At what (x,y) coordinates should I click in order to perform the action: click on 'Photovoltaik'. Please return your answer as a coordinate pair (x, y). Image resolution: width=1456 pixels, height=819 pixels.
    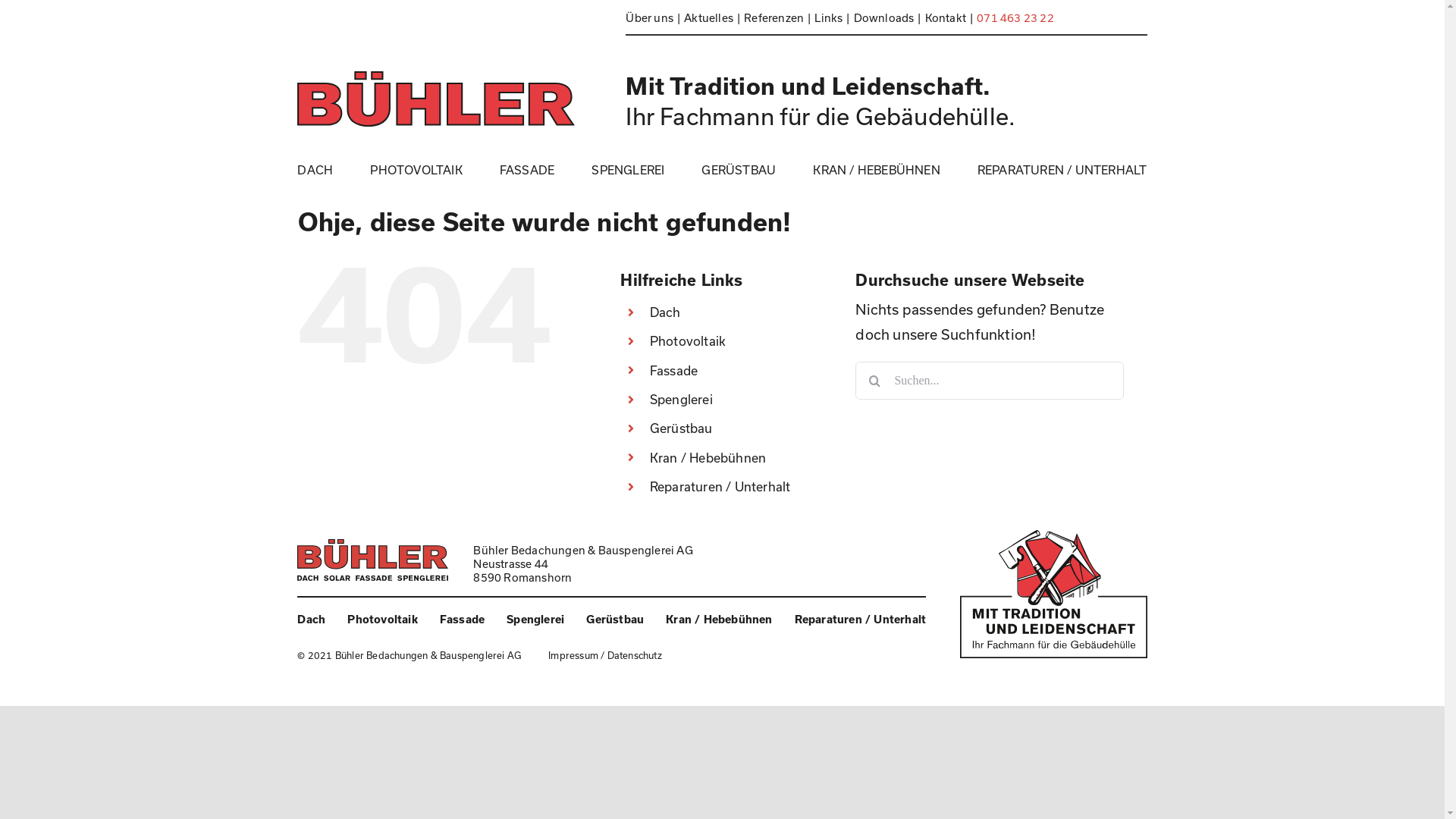
    Looking at the image, I should click on (346, 619).